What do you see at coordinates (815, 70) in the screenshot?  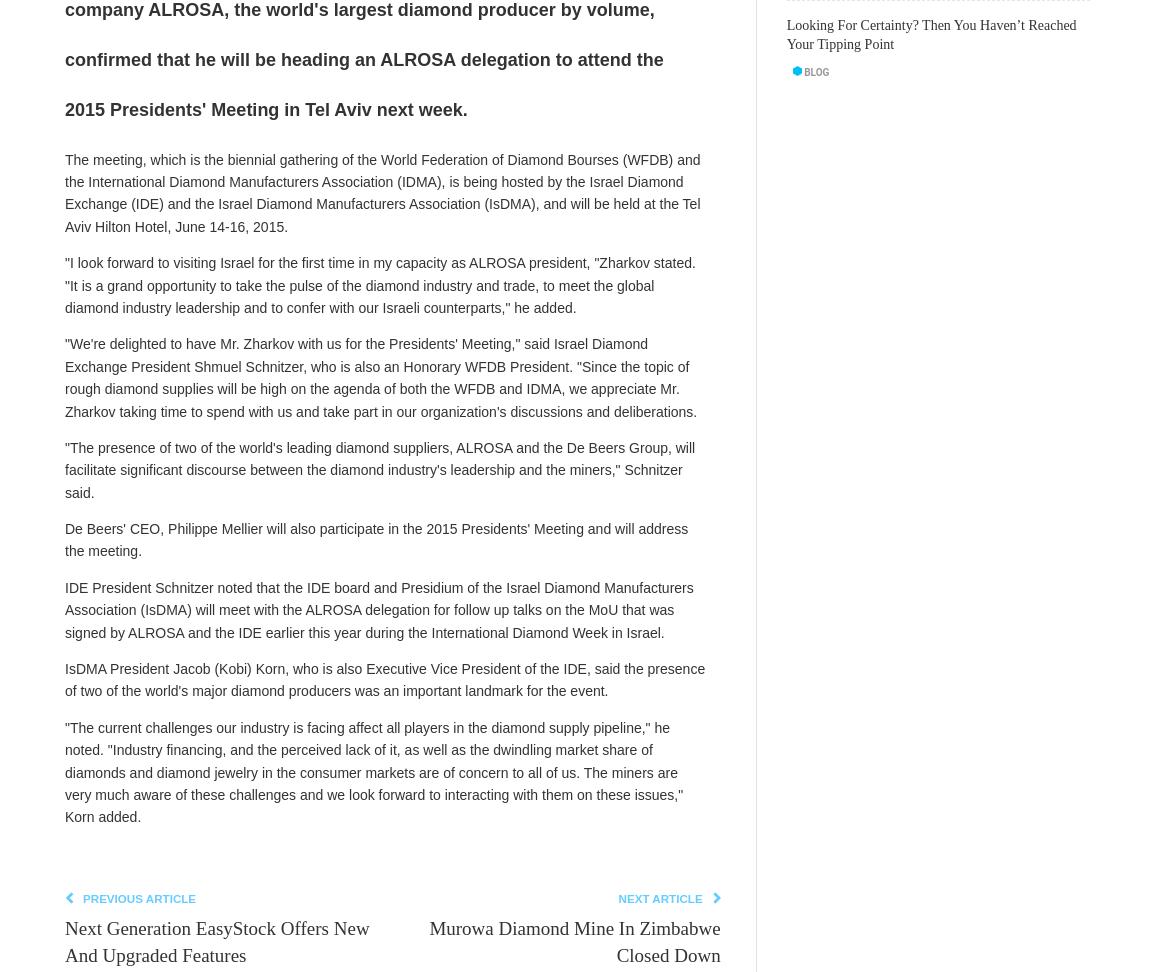 I see `'Blog'` at bounding box center [815, 70].